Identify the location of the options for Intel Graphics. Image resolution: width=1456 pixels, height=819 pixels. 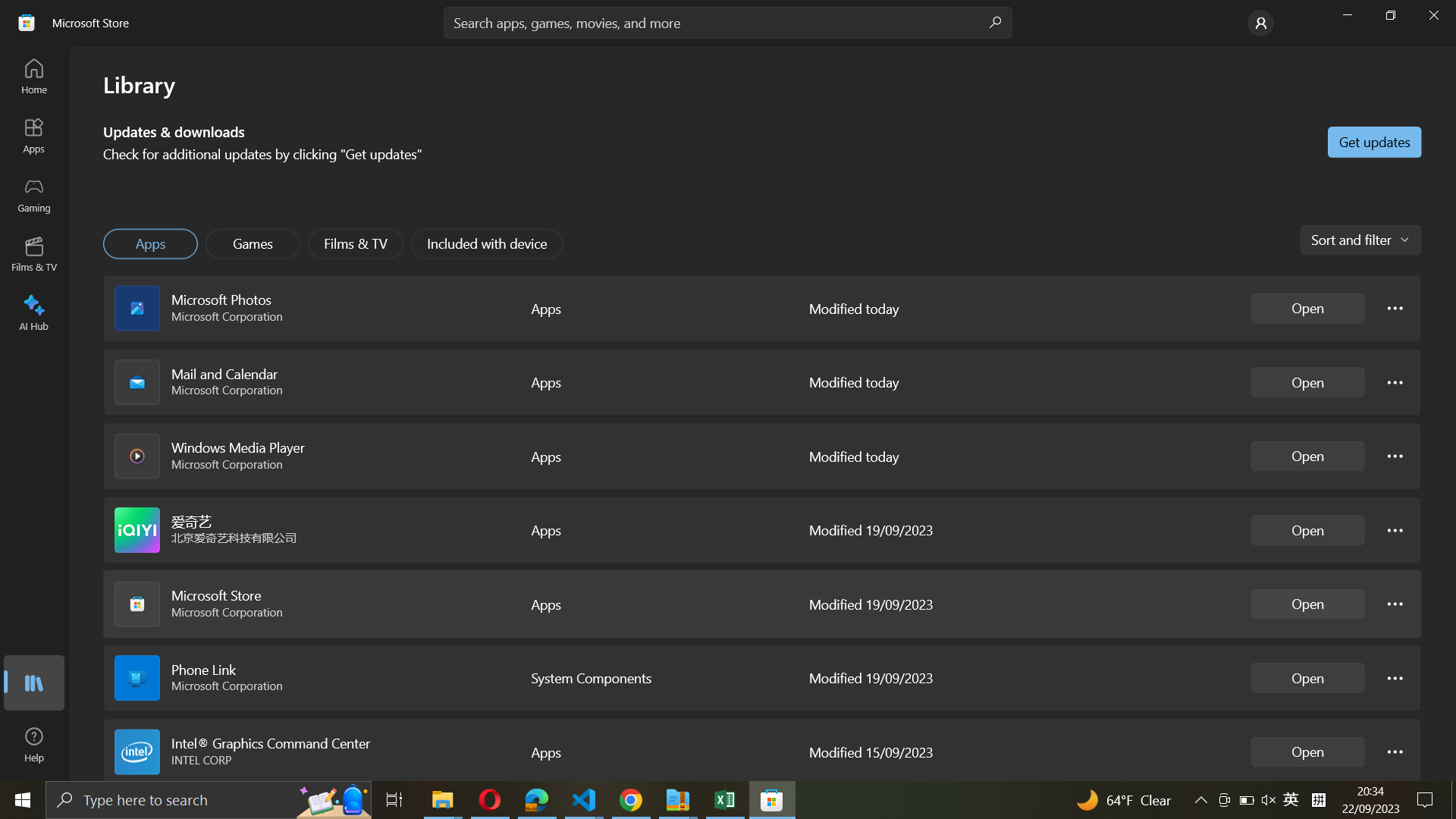
(1395, 752).